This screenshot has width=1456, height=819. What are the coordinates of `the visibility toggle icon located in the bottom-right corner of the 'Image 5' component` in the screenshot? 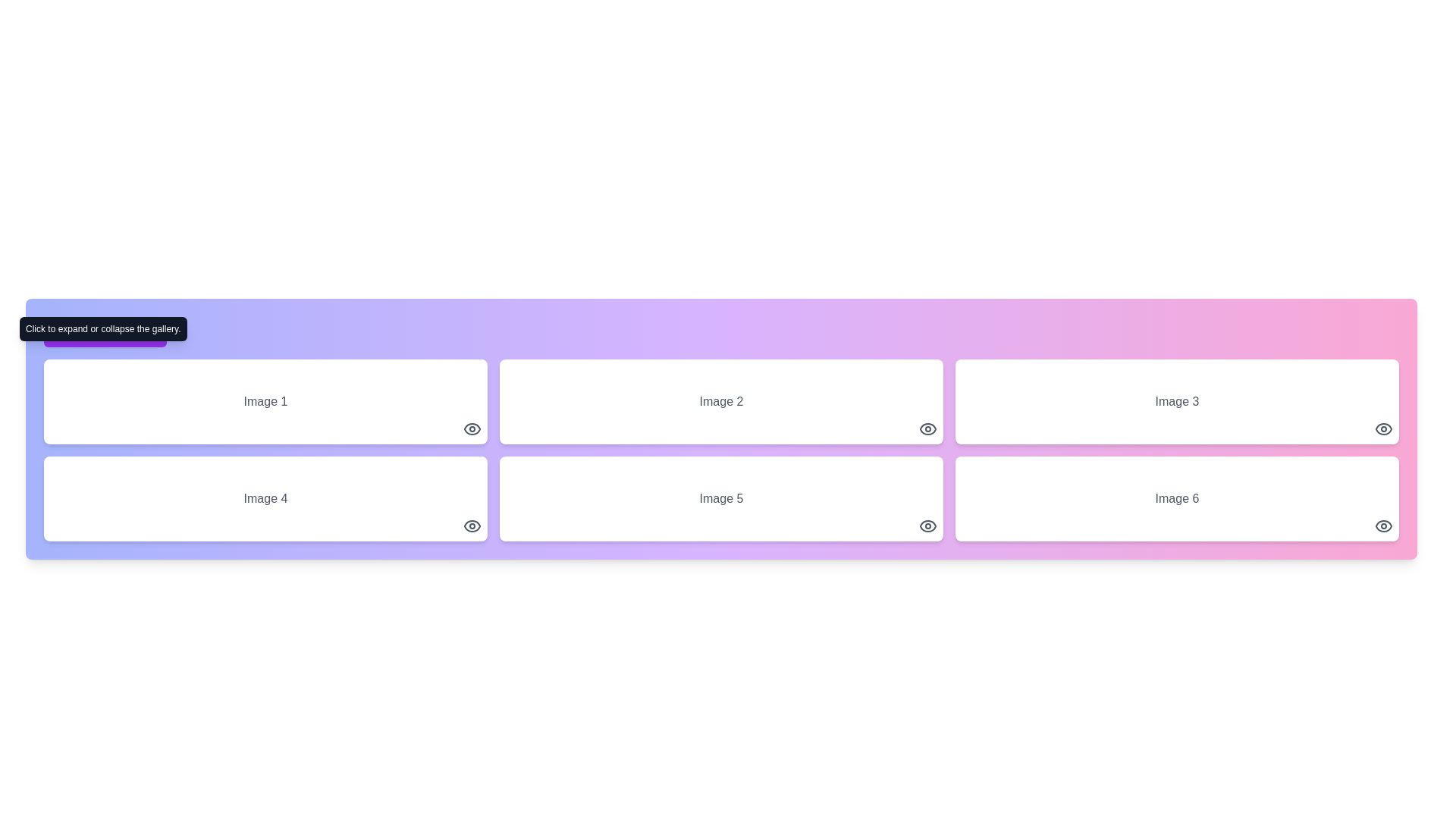 It's located at (927, 526).